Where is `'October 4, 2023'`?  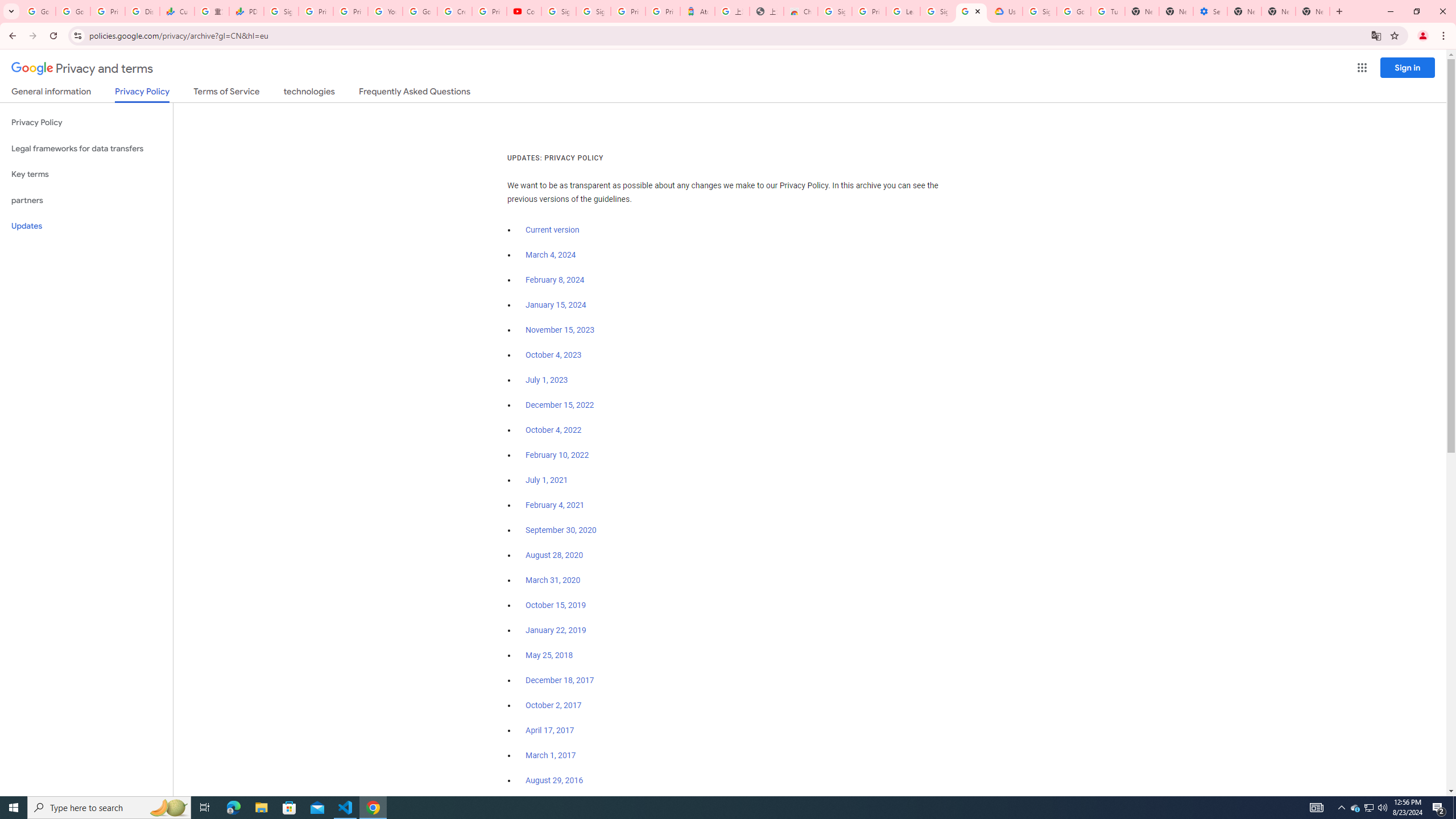 'October 4, 2023' is located at coordinates (554, 355).